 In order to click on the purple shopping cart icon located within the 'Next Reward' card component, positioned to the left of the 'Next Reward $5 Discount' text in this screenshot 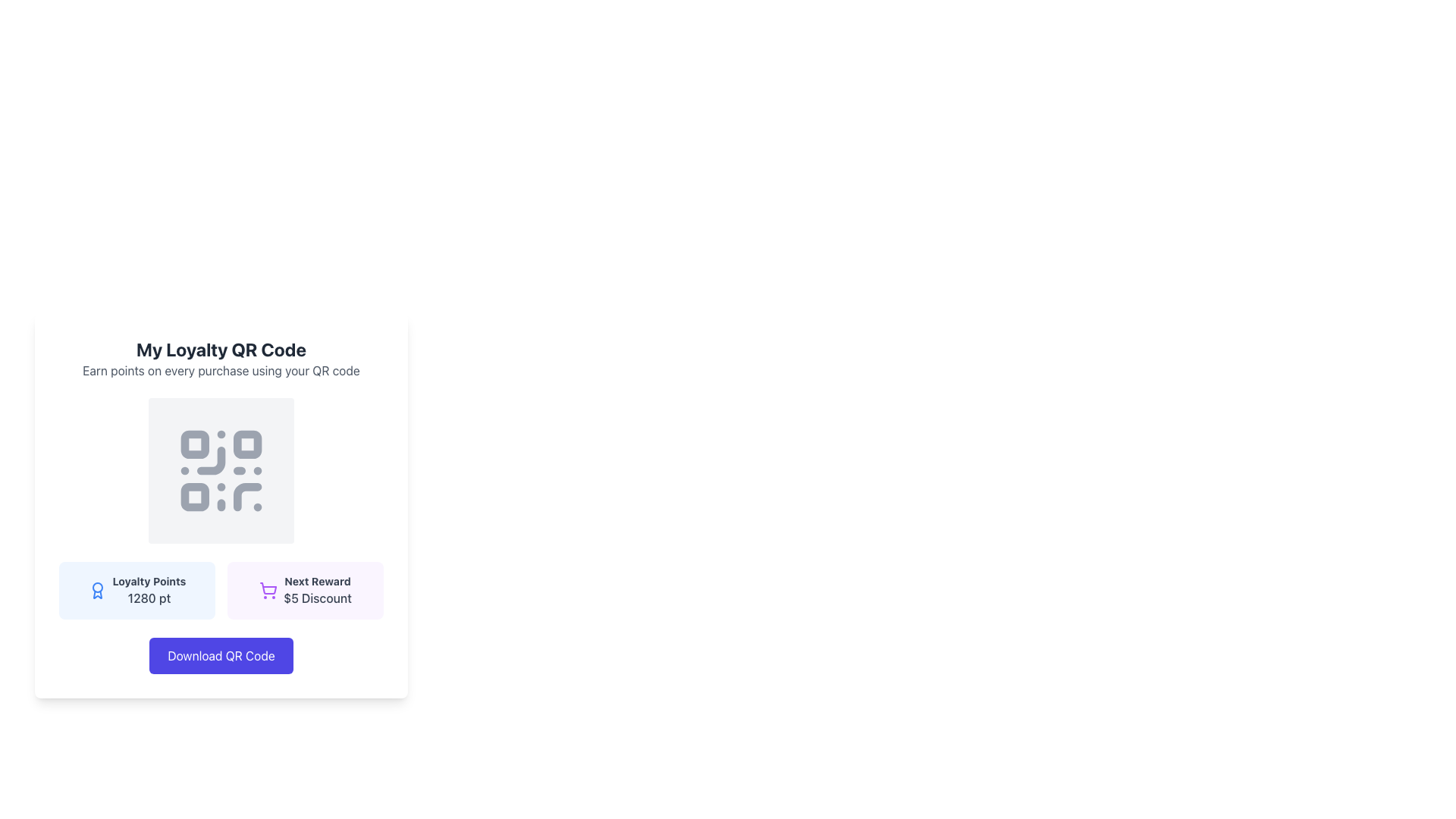, I will do `click(268, 590)`.